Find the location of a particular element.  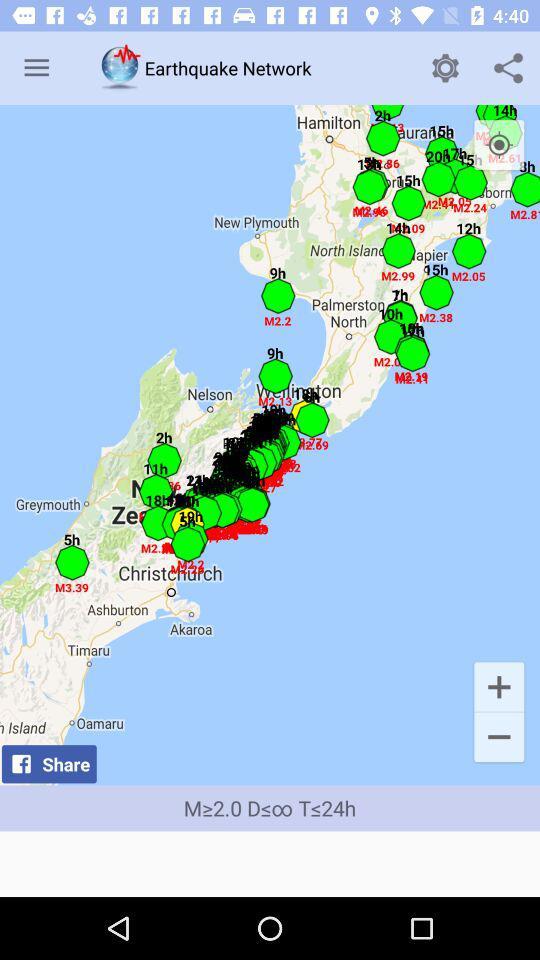

icon next to share icon is located at coordinates (498, 737).